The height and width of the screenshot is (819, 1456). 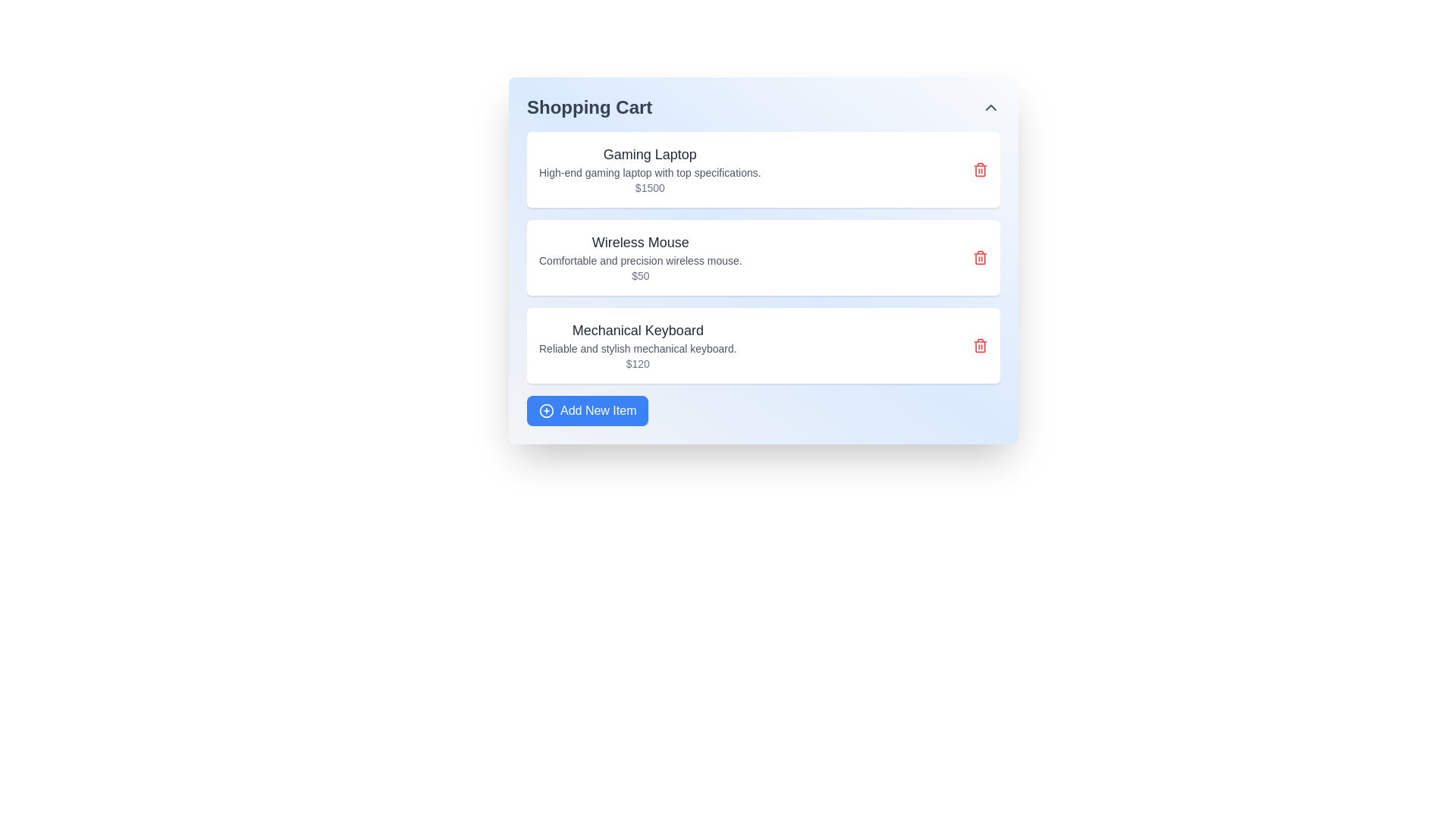 I want to click on the delete button located at the top-right corner of the 'Mechanical Keyboard' card, so click(x=980, y=345).